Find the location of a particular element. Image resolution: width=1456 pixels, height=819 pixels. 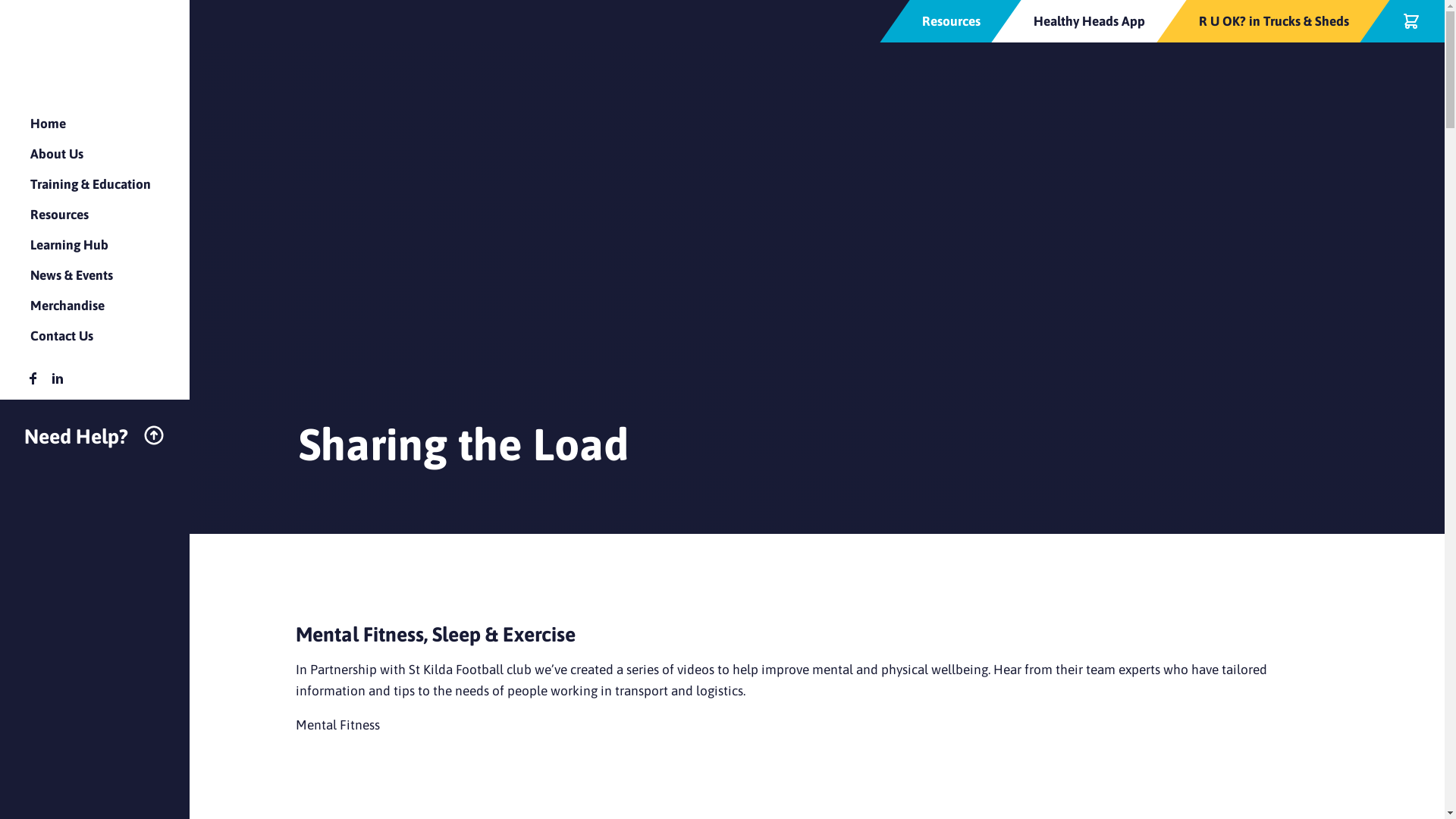

'News & Events' is located at coordinates (71, 275).